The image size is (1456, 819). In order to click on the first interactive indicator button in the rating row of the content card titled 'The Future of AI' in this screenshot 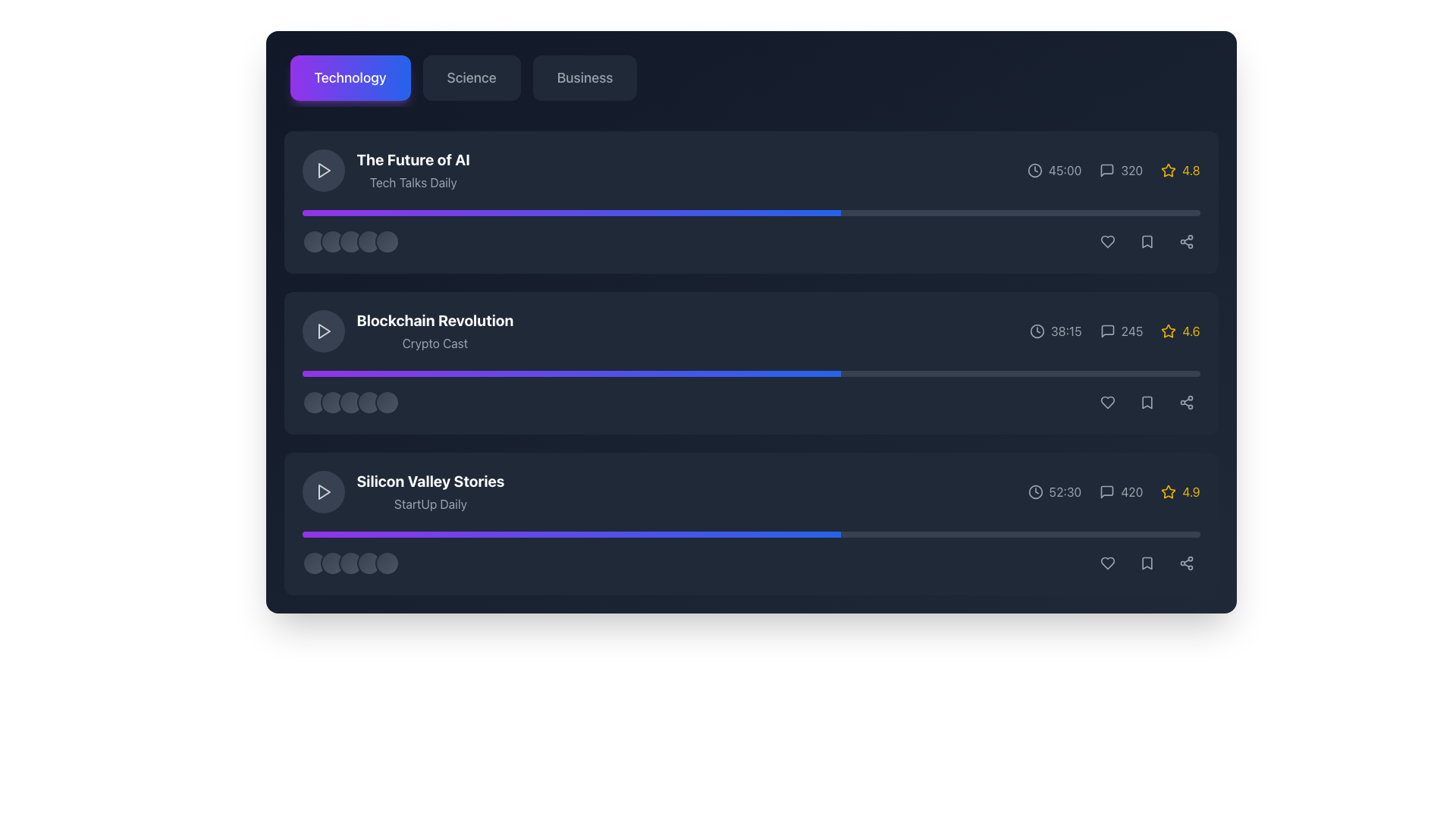, I will do `click(313, 241)`.